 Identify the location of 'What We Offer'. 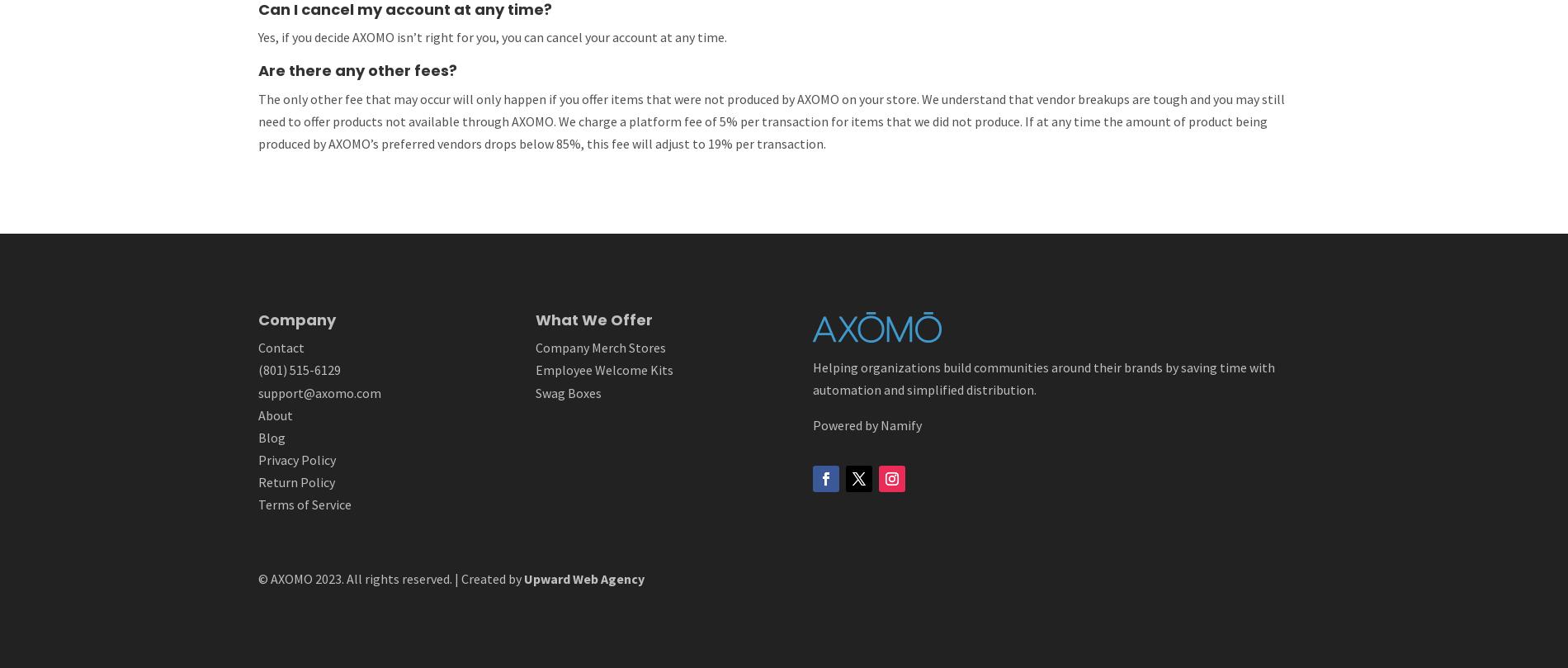
(535, 319).